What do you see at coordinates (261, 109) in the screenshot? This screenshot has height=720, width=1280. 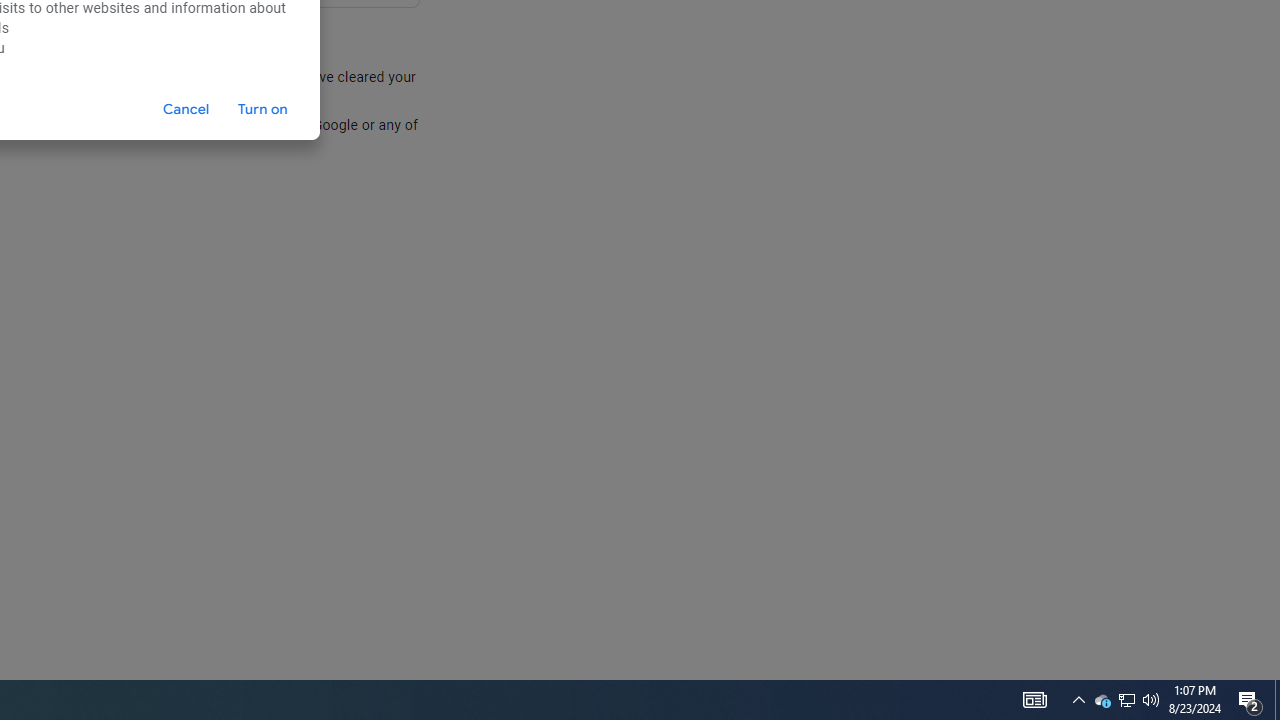 I see `'Turn on'` at bounding box center [261, 109].